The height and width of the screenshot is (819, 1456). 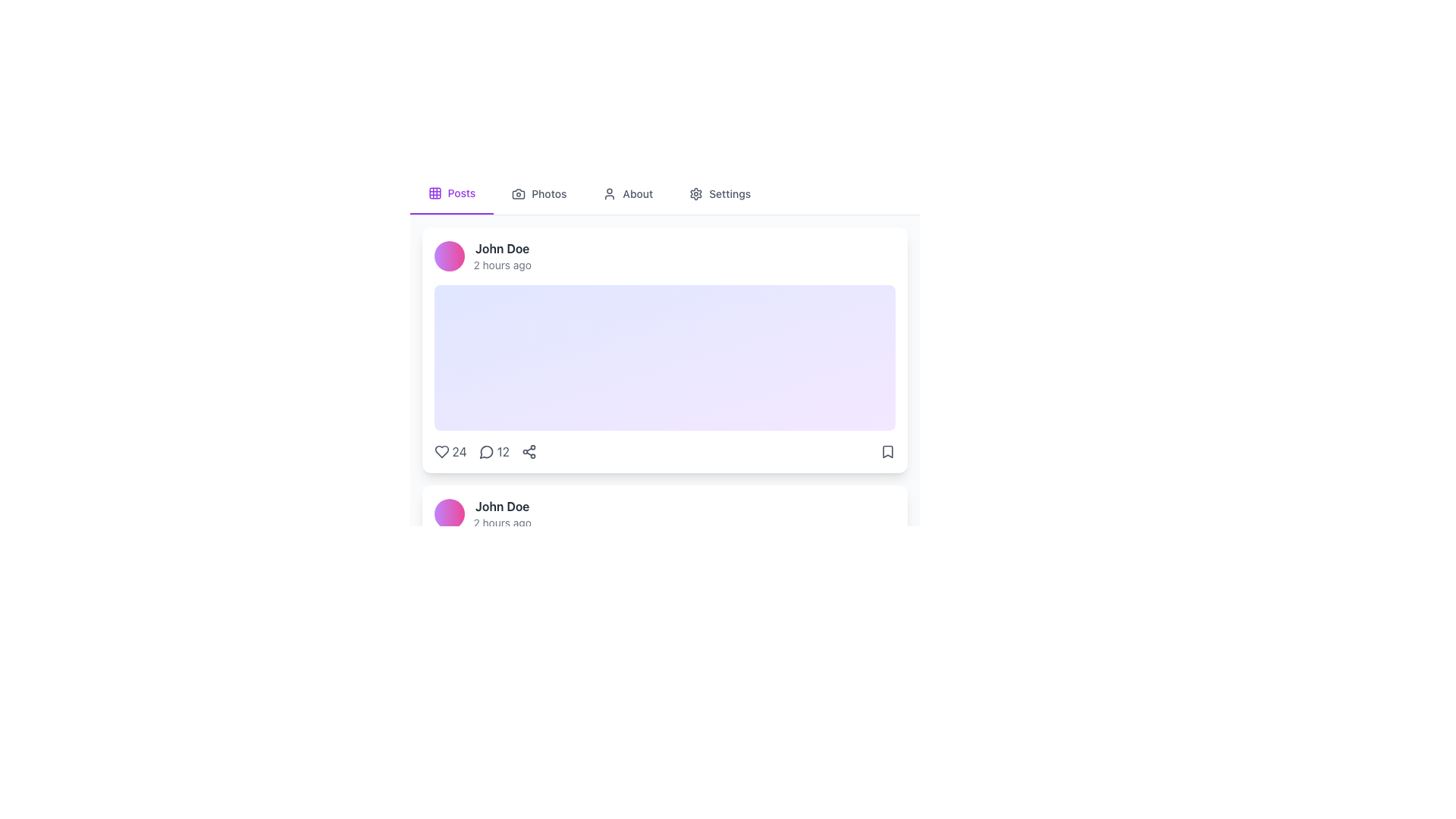 I want to click on the heart-shaped like button located at the bottom-left corner of the post to express approval for the post, so click(x=441, y=451).